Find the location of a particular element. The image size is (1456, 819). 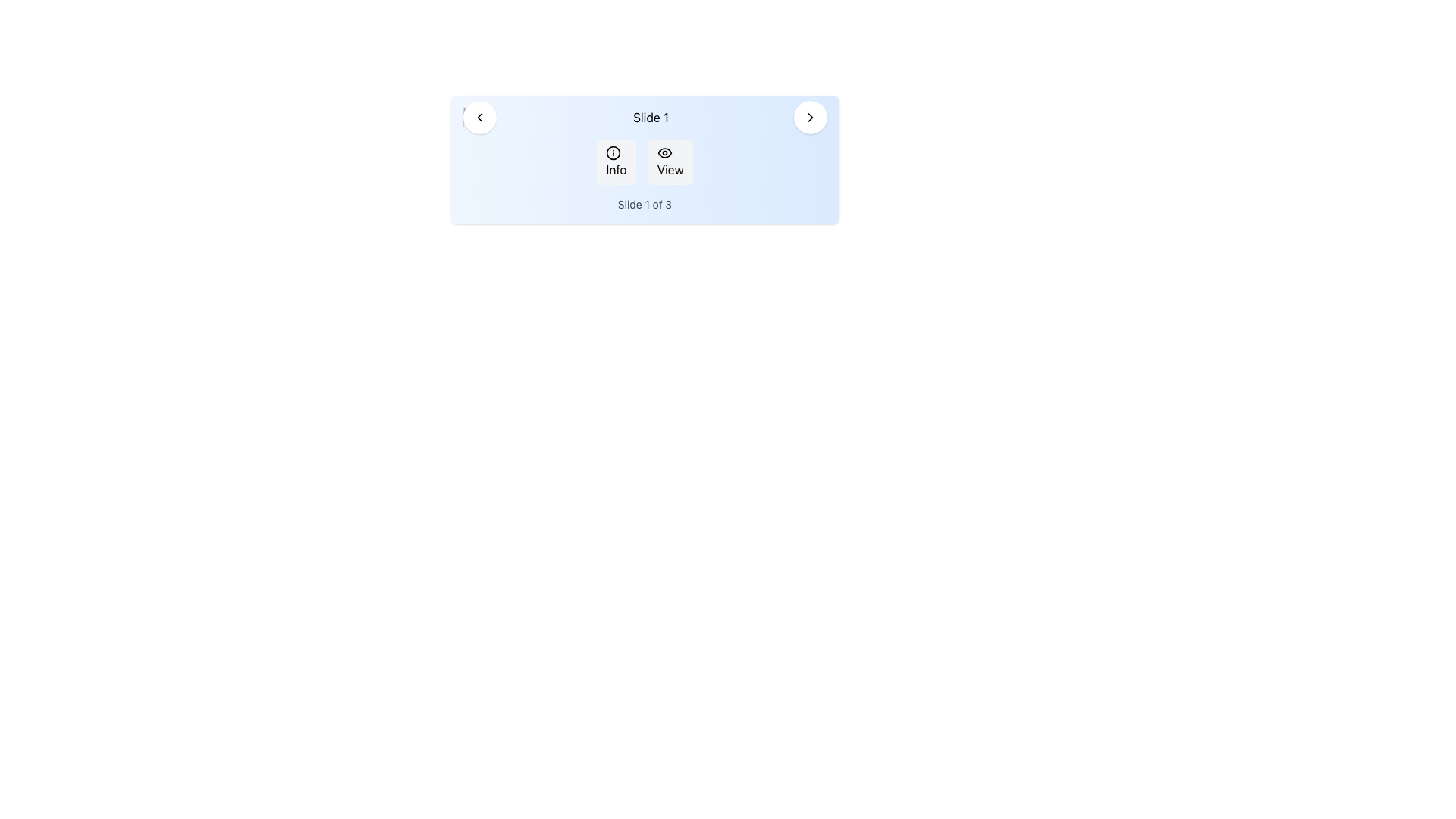

the 'View' button icon, which signifies an action to preview or visualize content, located within a horizontally aligned group of buttons on 'Slide 1' is located at coordinates (664, 152).